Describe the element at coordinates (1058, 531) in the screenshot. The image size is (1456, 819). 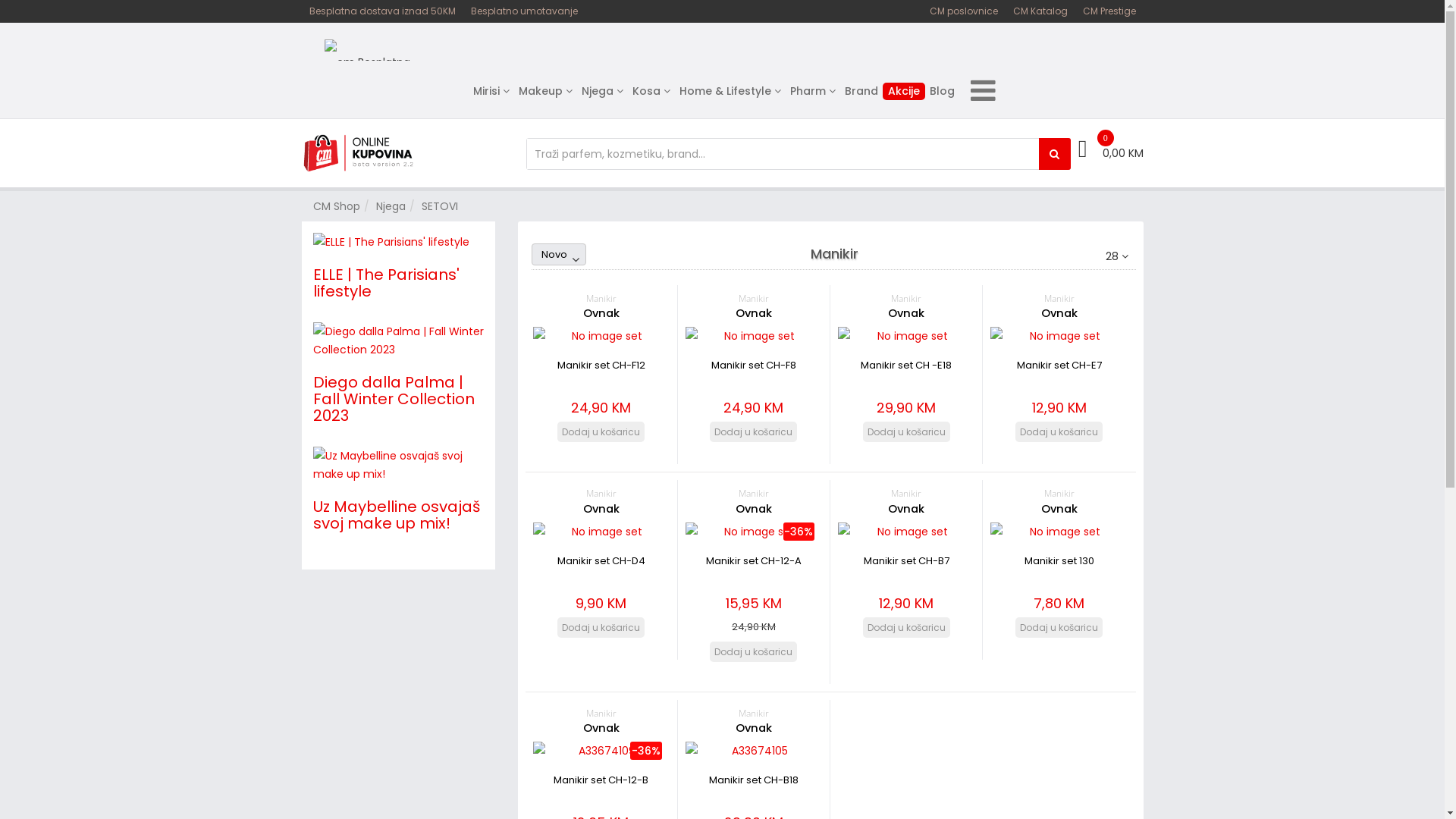
I see `'Manikir set 130 '` at that location.